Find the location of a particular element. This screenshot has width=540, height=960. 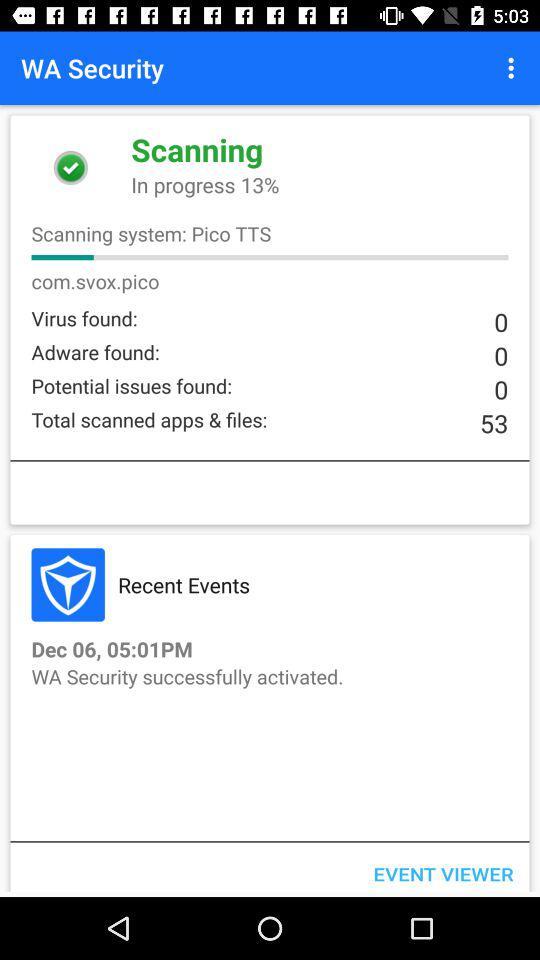

the item to the right of the wa security item is located at coordinates (513, 68).